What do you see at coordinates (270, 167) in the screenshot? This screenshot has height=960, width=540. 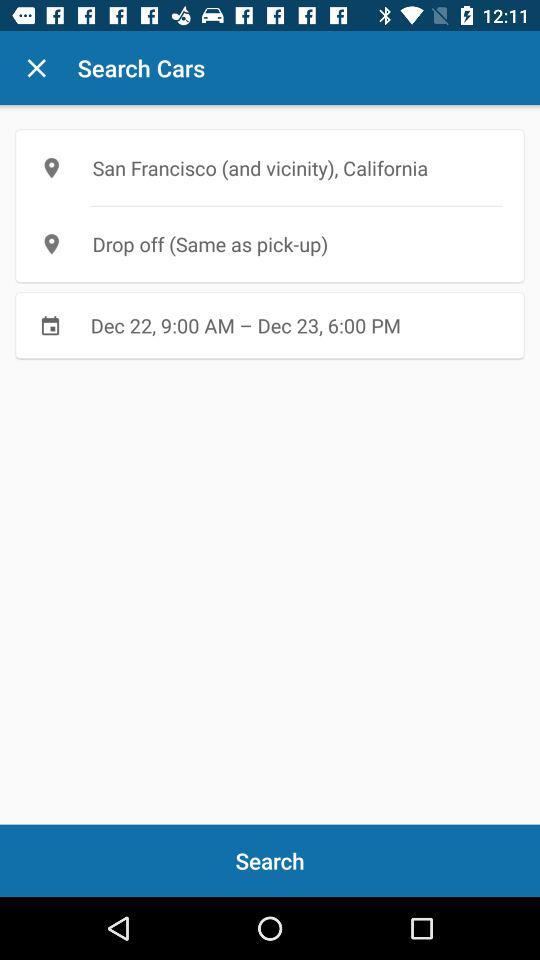 I see `the san francisco and icon` at bounding box center [270, 167].